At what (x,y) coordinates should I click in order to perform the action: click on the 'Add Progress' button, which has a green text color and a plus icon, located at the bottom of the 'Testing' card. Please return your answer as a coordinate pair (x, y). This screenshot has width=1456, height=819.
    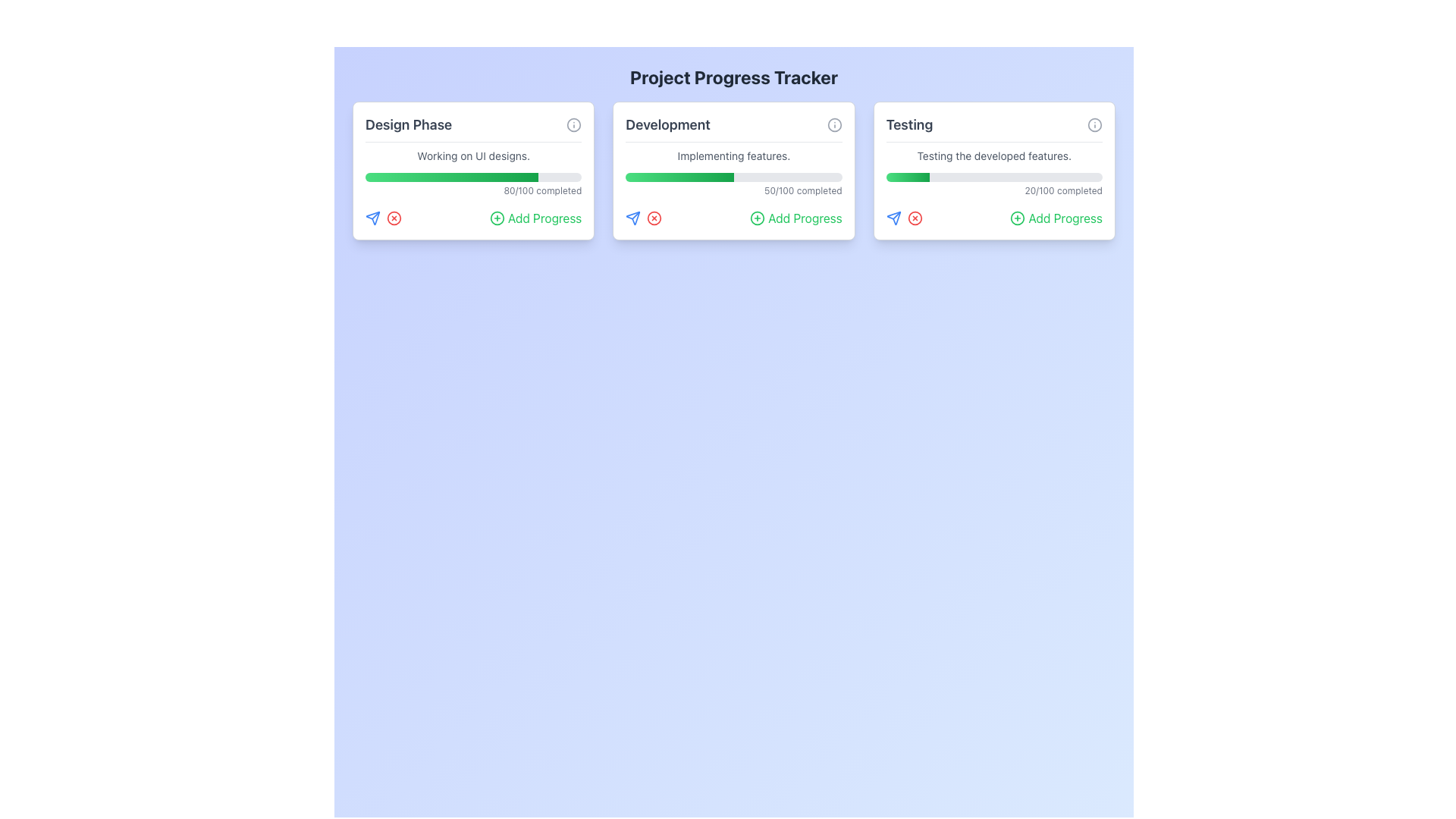
    Looking at the image, I should click on (1056, 218).